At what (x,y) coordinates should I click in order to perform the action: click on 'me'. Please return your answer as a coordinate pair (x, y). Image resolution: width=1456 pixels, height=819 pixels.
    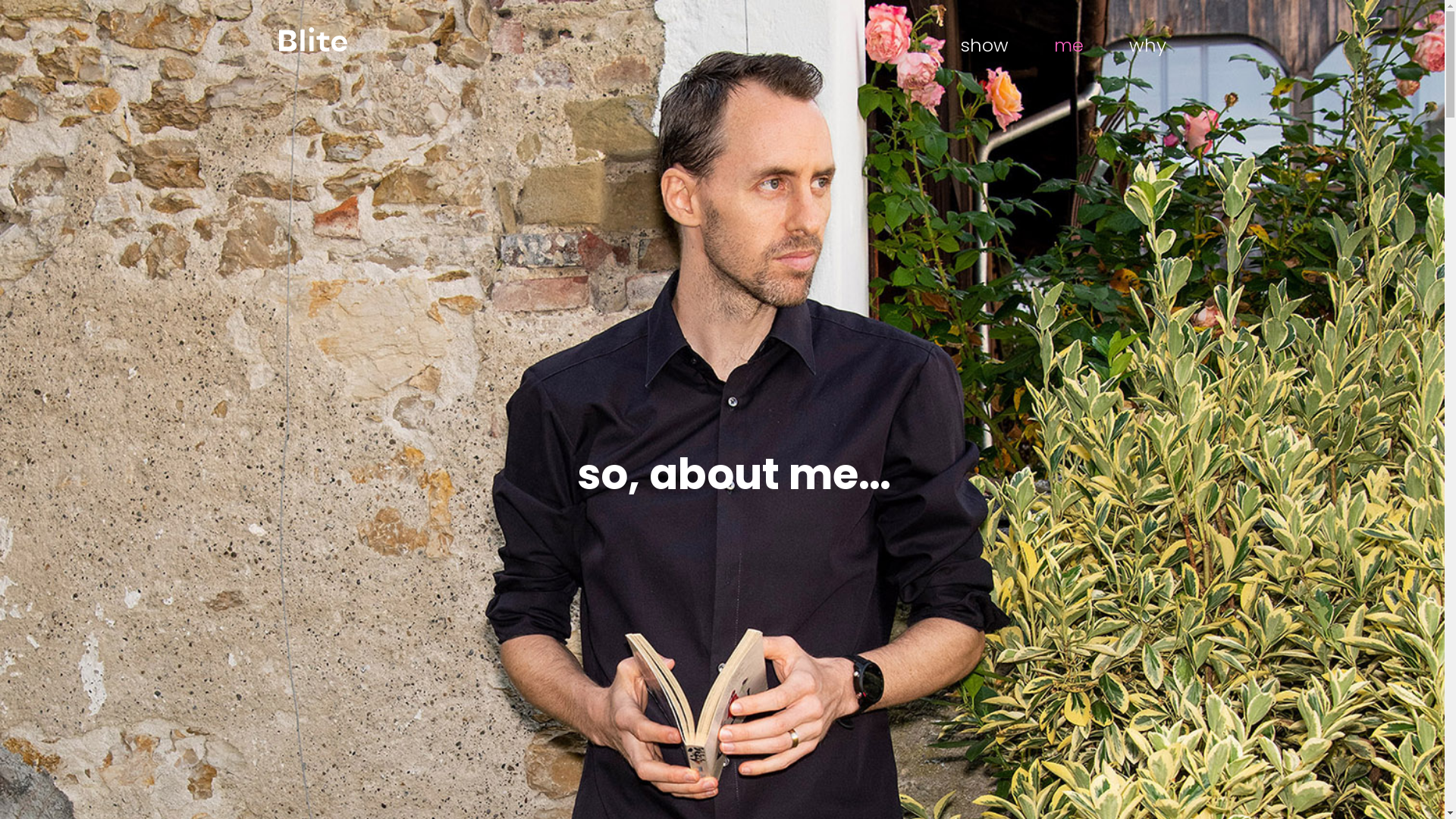
    Looking at the image, I should click on (1068, 45).